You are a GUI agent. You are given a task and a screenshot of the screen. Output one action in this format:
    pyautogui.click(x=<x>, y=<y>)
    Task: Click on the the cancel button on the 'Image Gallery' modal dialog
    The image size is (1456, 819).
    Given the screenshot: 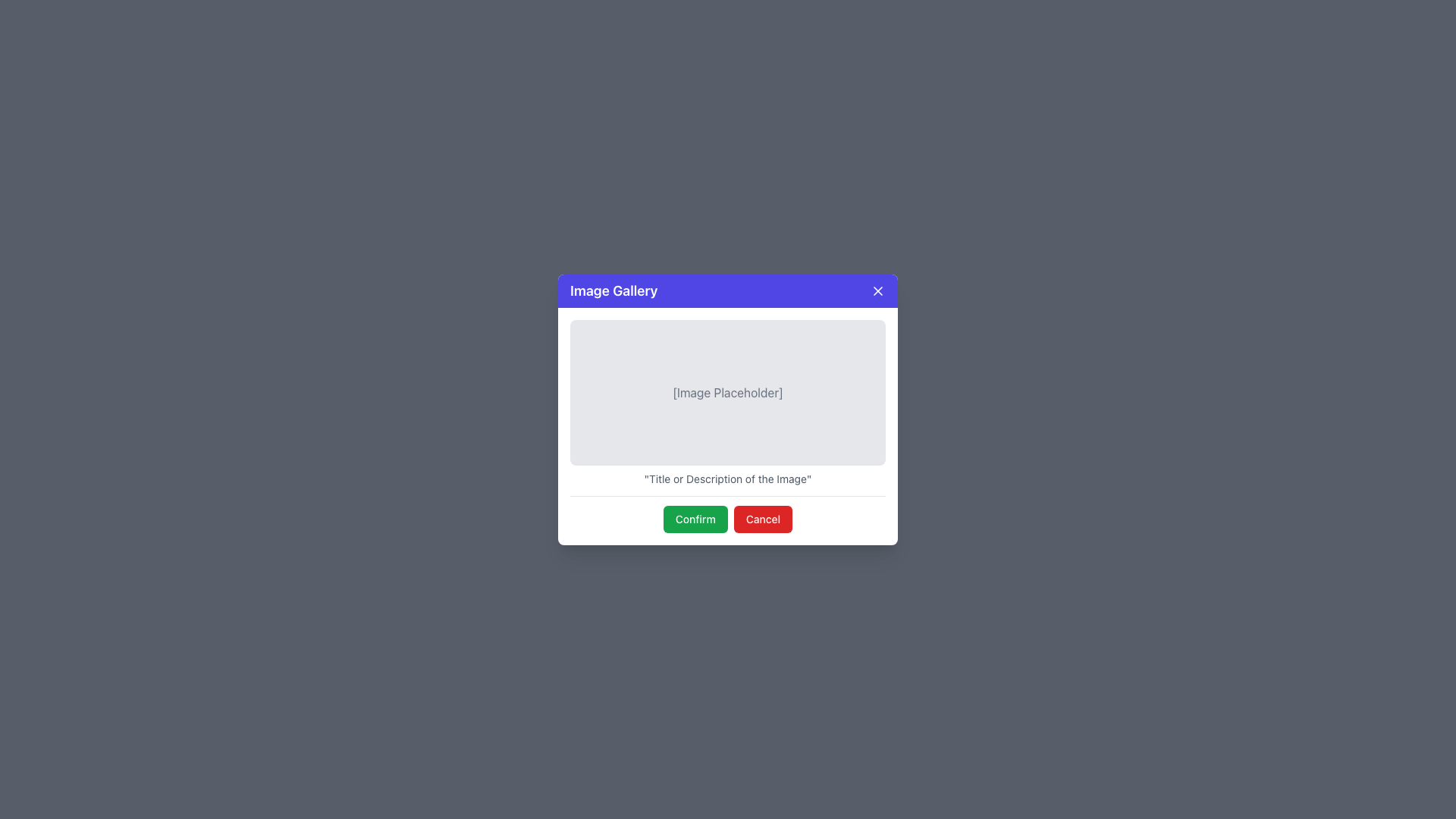 What is the action you would take?
    pyautogui.click(x=763, y=518)
    